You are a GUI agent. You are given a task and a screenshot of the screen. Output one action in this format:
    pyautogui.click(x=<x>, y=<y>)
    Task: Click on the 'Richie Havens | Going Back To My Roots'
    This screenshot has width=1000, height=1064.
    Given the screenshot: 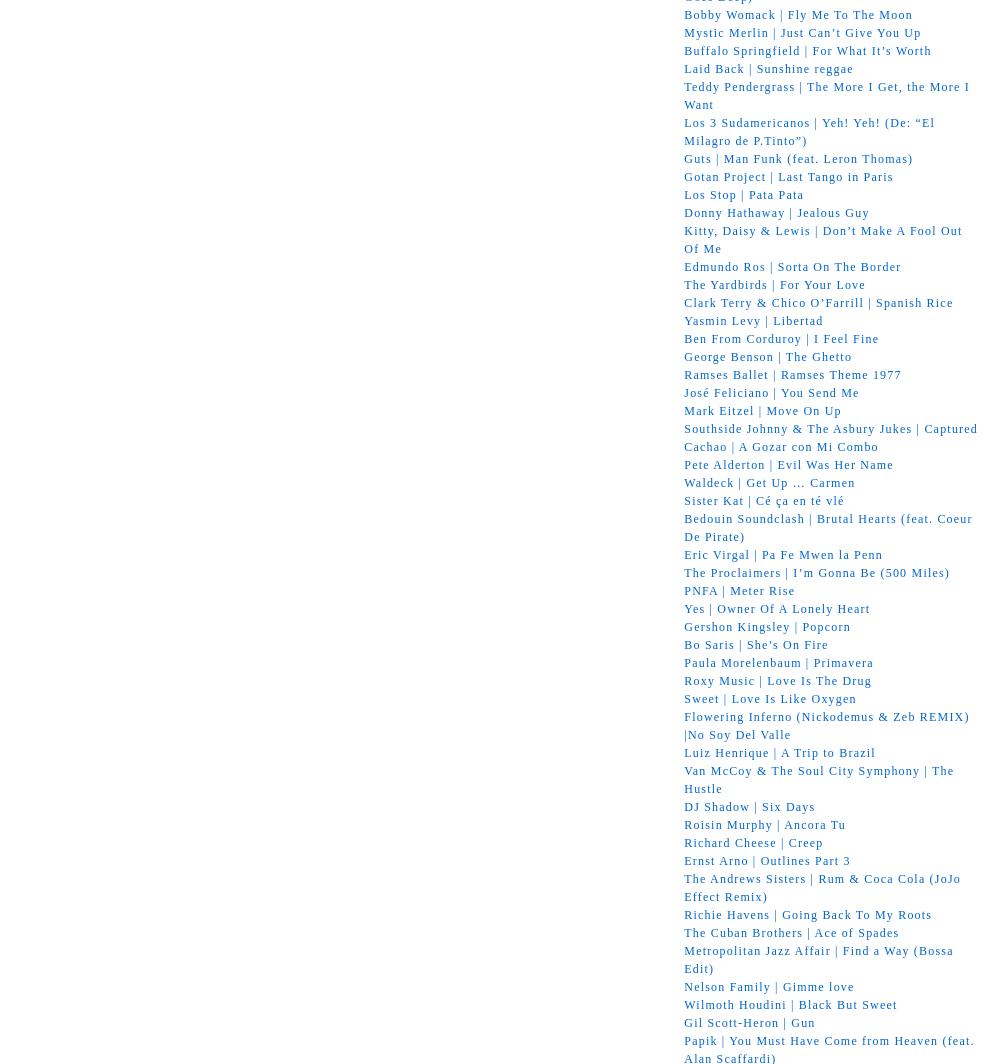 What is the action you would take?
    pyautogui.click(x=808, y=913)
    